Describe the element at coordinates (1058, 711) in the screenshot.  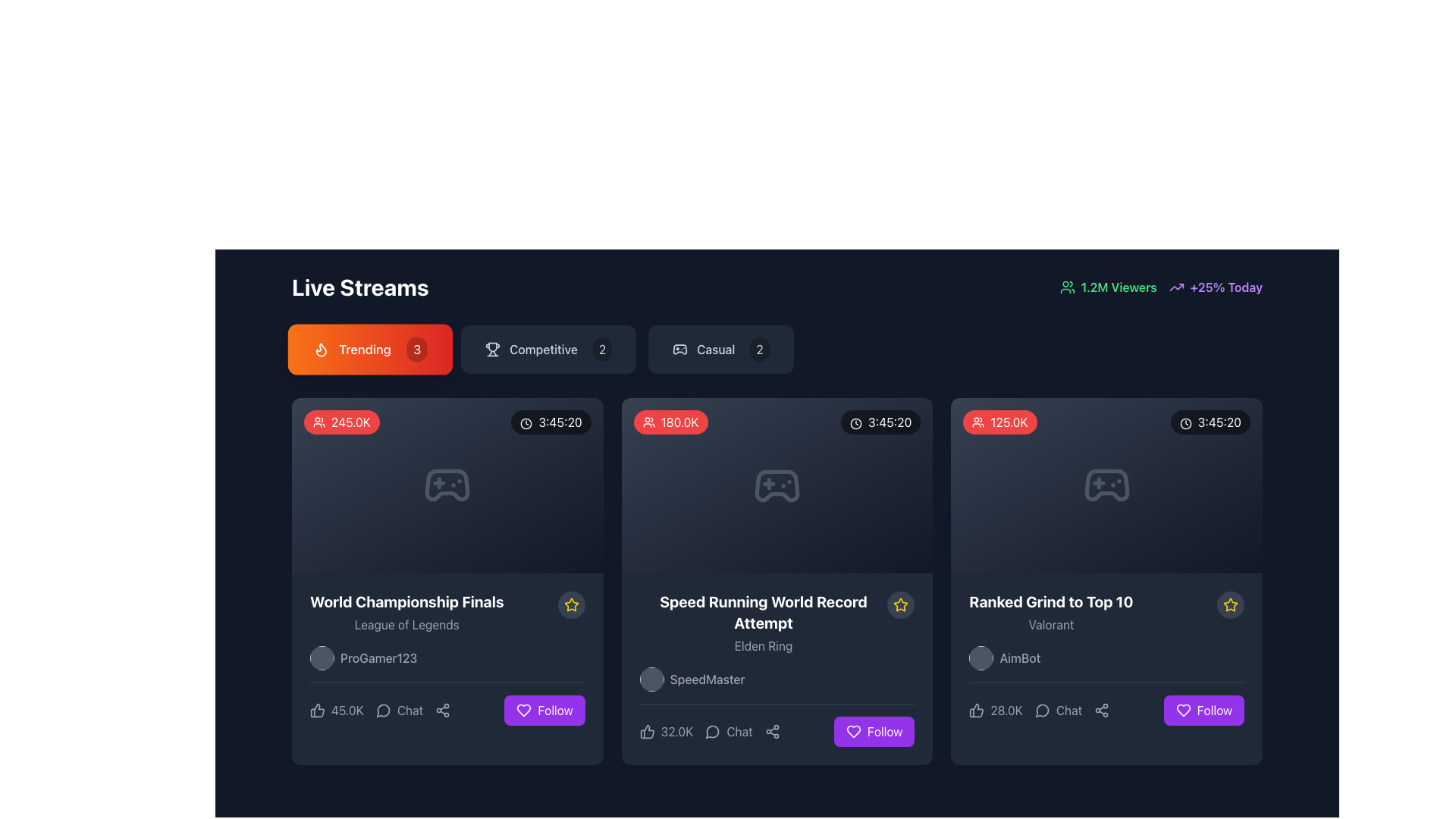
I see `the interactive text button labeled 'Chat' which is positioned between the 'likes' indicator and the 'share' icon in the bottom section of the 'Ranked Grind to Top 10' card` at that location.